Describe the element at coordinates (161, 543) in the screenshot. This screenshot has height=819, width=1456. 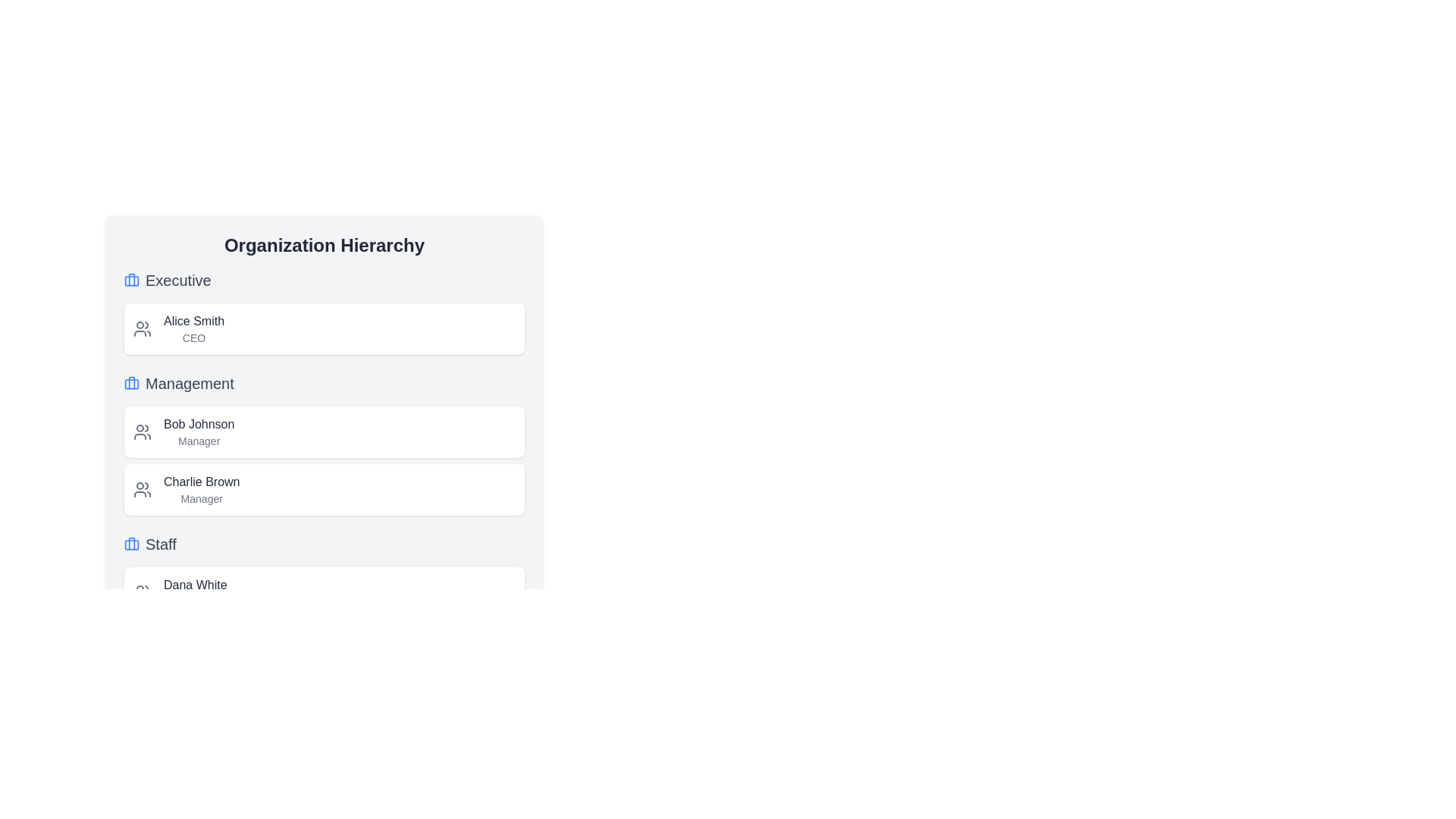
I see `the 'Staff' text label that serves as a header in the organizational hierarchy, located next to the briefcase icon` at that location.